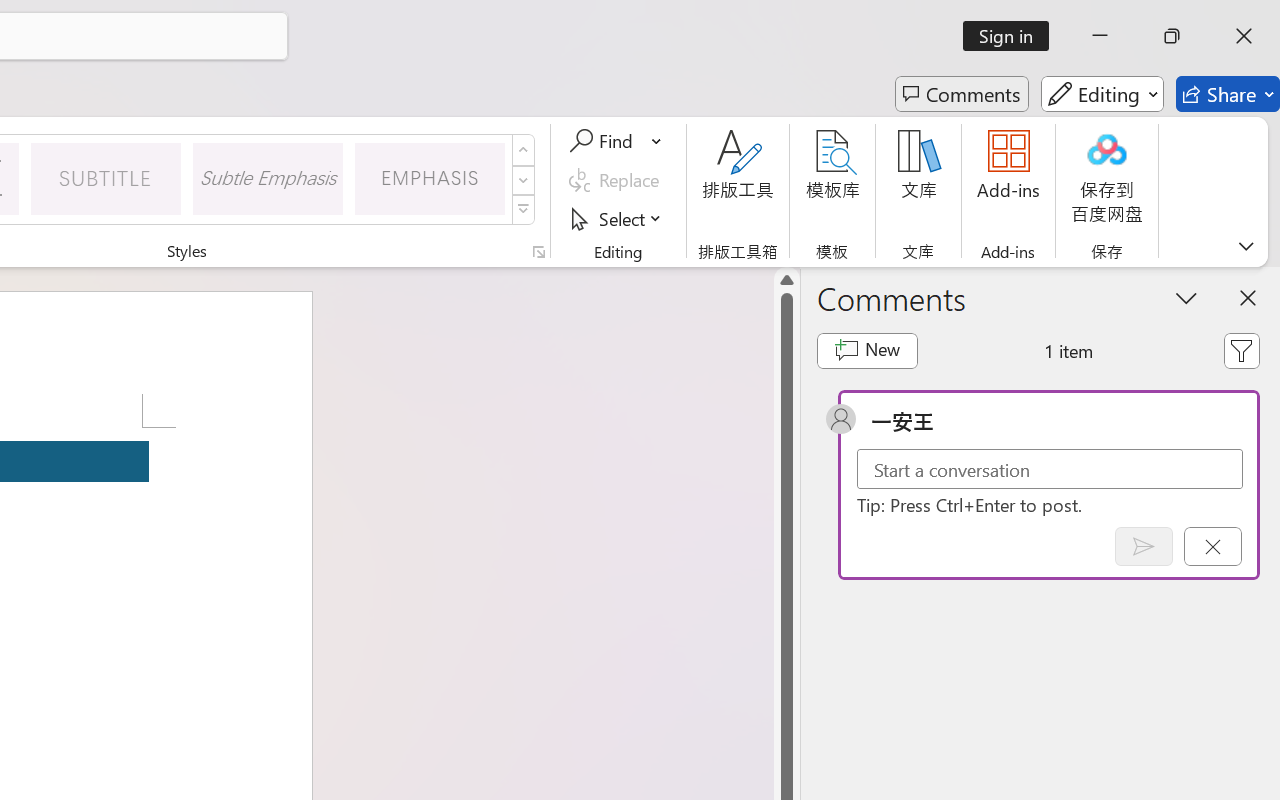 The width and height of the screenshot is (1280, 800). What do you see at coordinates (105, 177) in the screenshot?
I see `'Subtitle'` at bounding box center [105, 177].